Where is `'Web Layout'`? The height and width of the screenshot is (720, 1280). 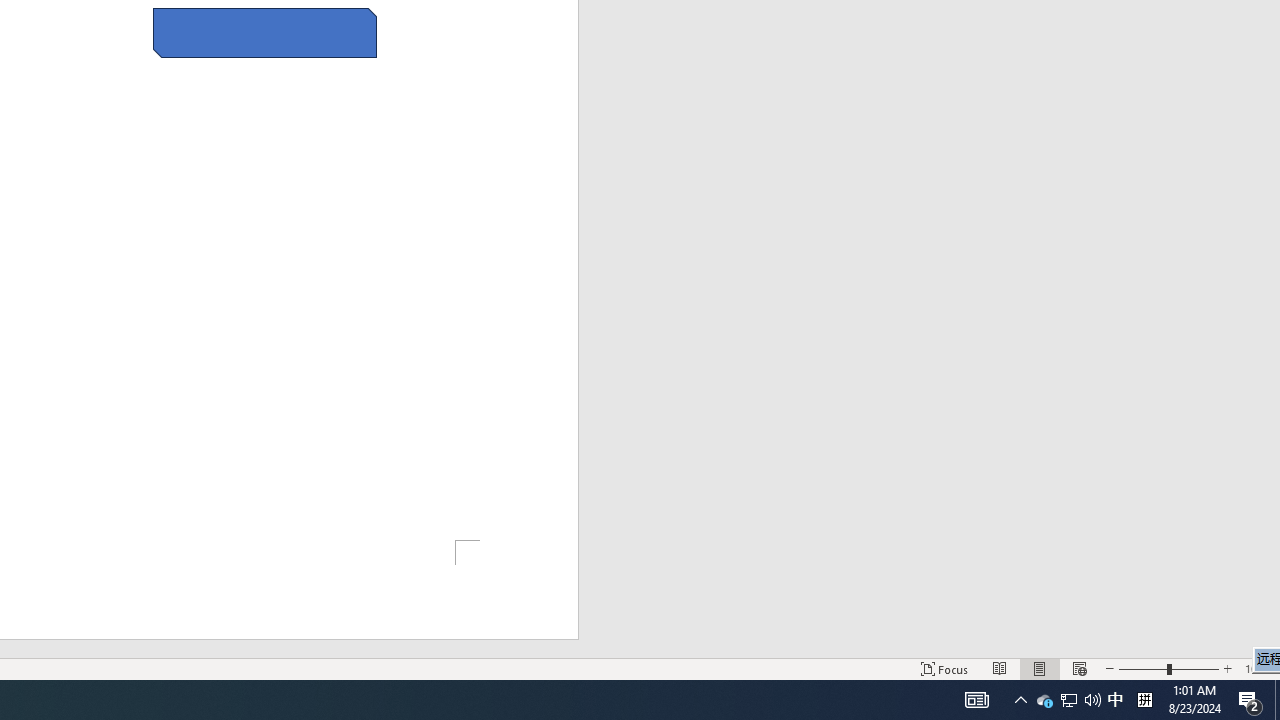 'Web Layout' is located at coordinates (1078, 669).